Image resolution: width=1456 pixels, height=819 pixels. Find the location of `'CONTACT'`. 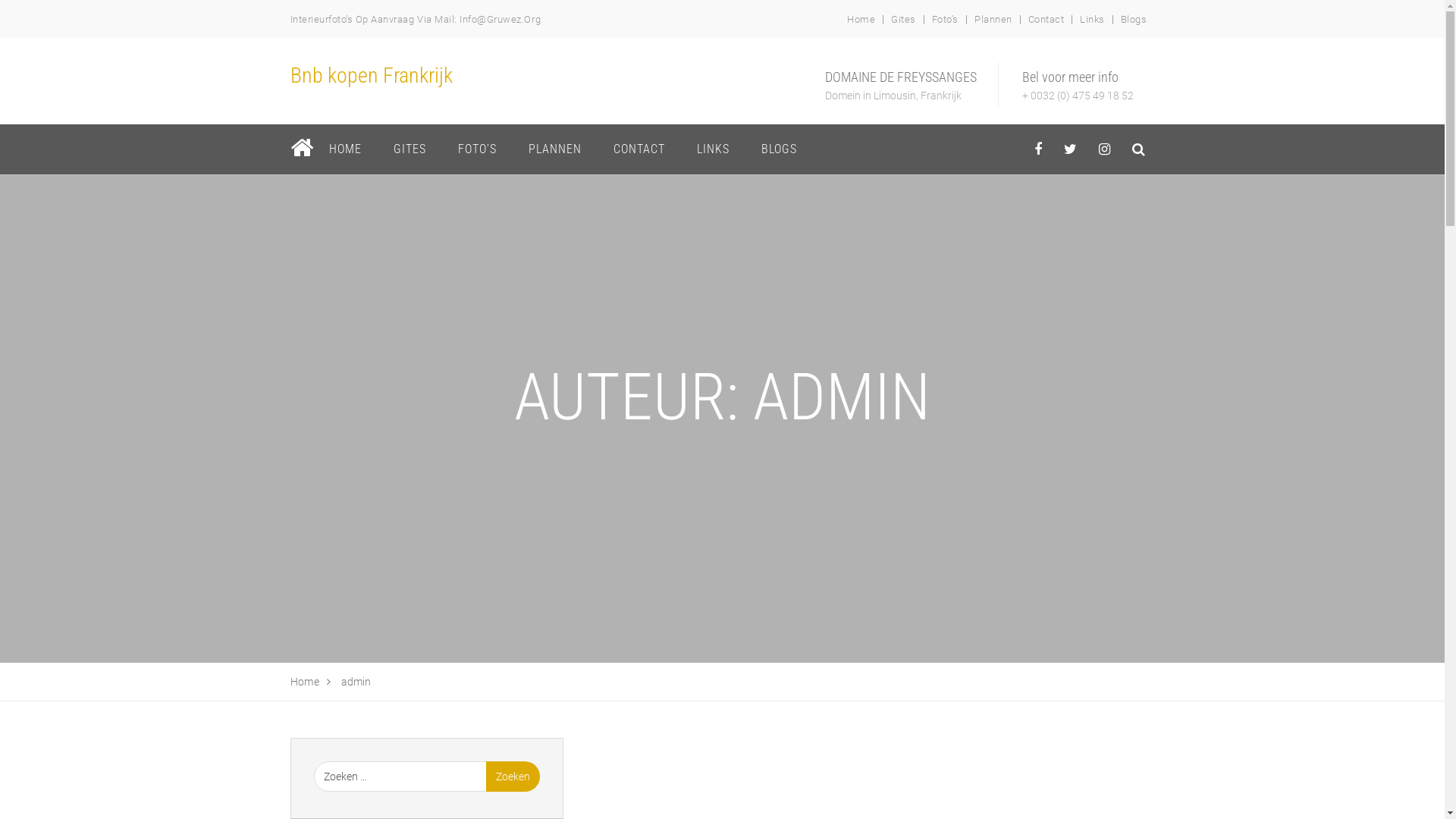

'CONTACT' is located at coordinates (603, 149).